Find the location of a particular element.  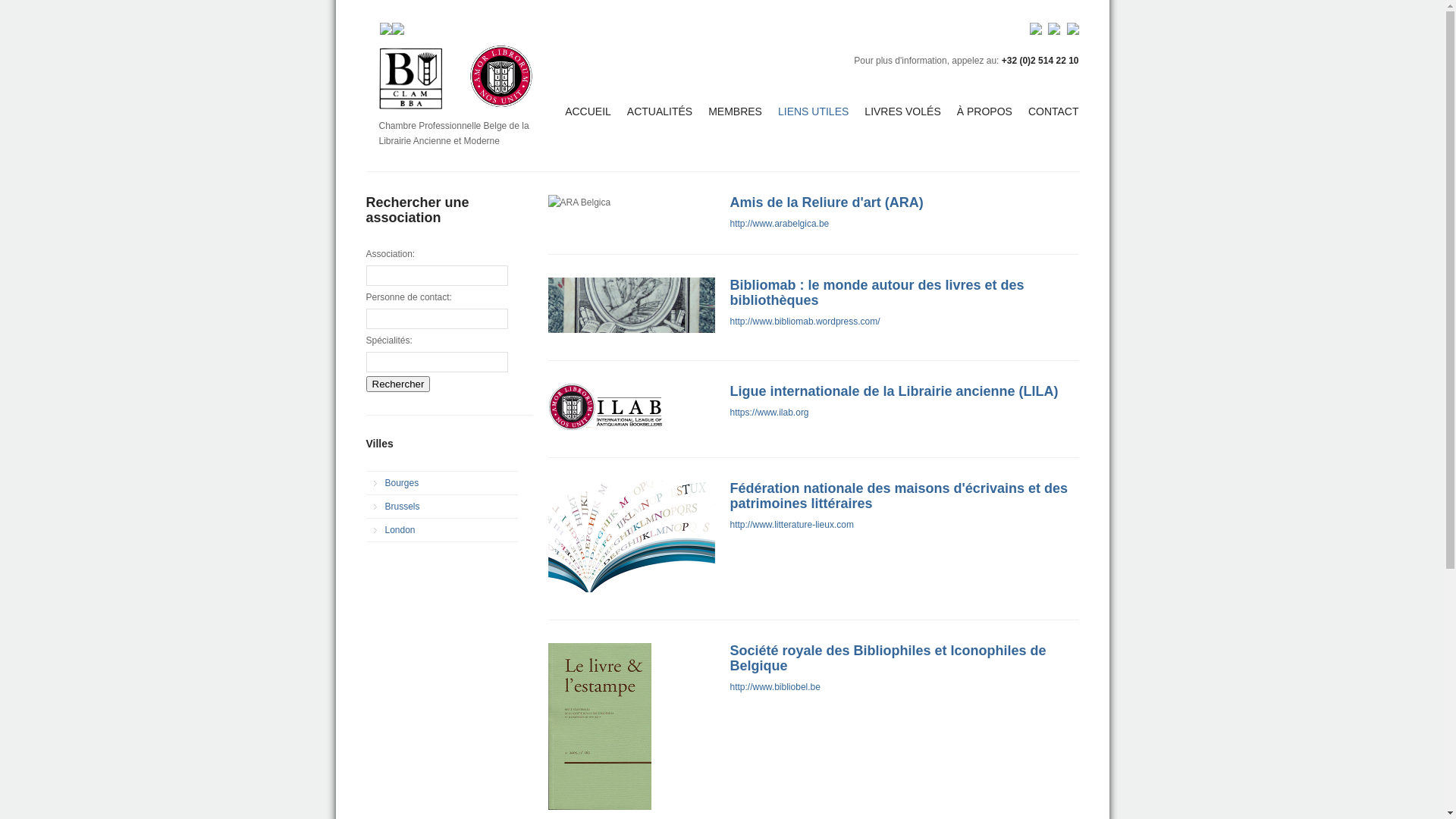

'Amis de la Reliure d'art (ARA)' is located at coordinates (825, 201).